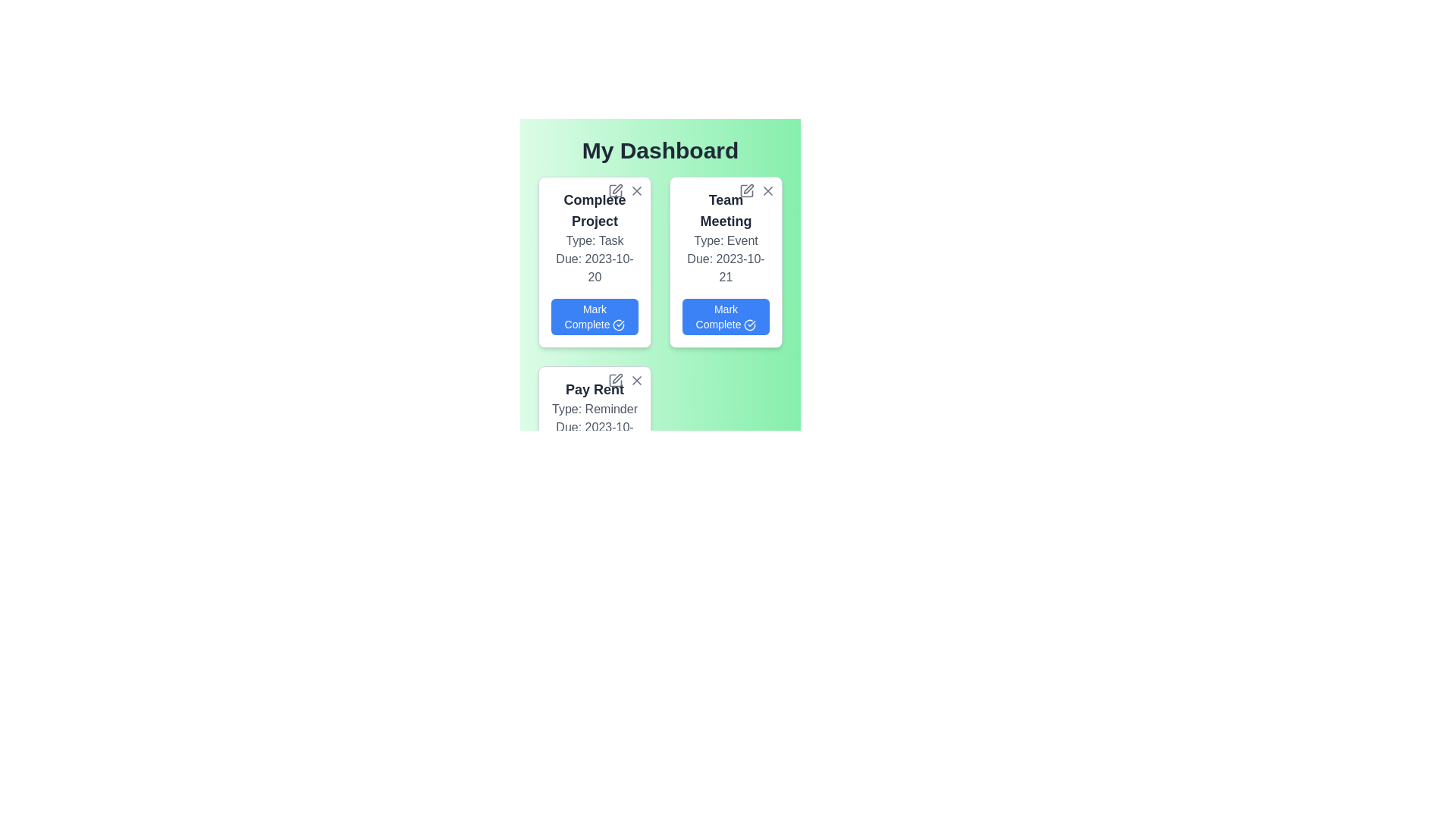  Describe the element at coordinates (725, 240) in the screenshot. I see `the text label providing descriptive information about the type of meeting in the 'Team Meeting' card, located near the center of the lower portion of the text section` at that location.